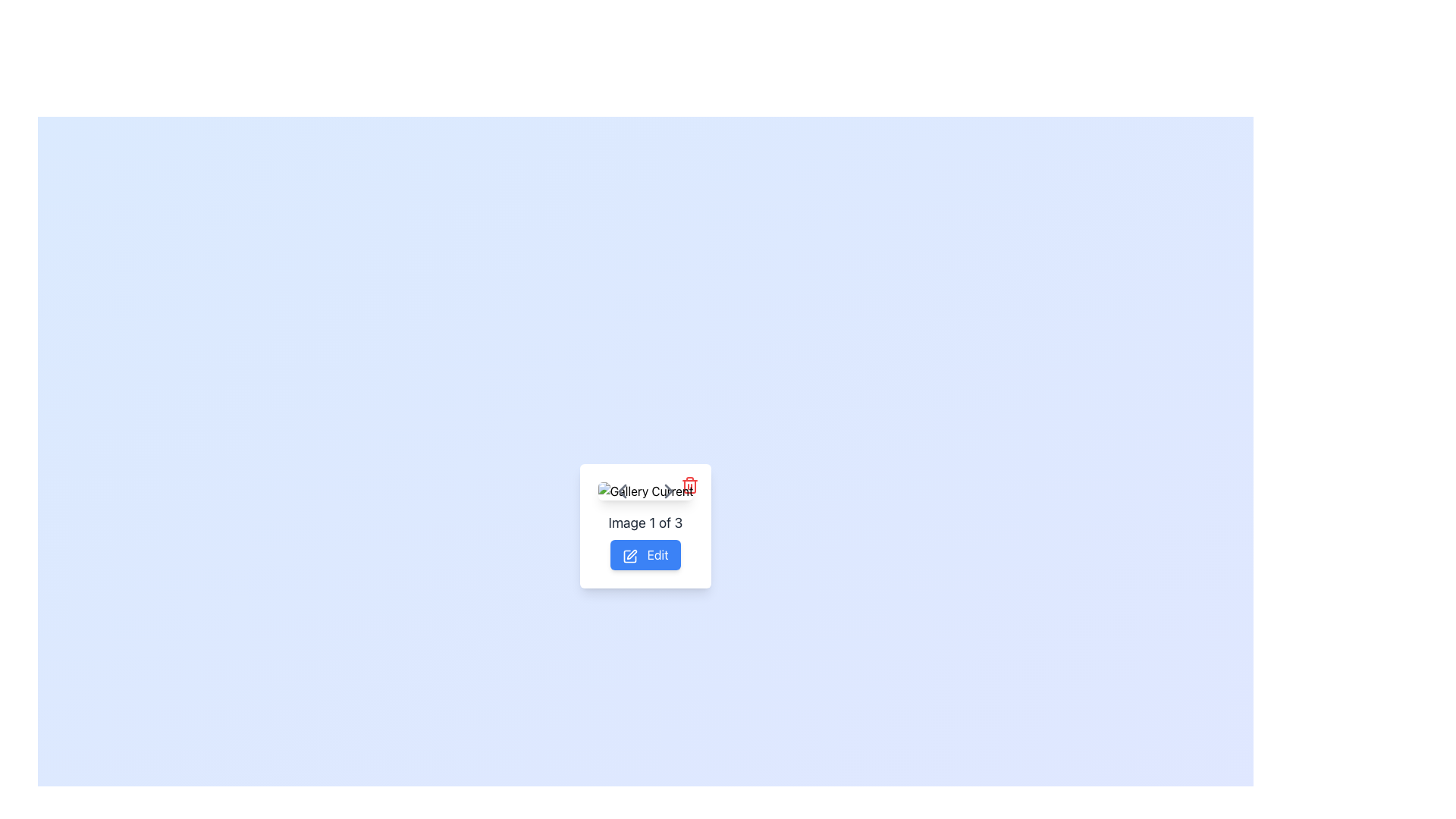  What do you see at coordinates (645, 491) in the screenshot?
I see `the navigation arrows on the Gallery Image Display to change the image, which is centrally placed above the 'Image 1 of 3' text and the 'Edit' button` at bounding box center [645, 491].